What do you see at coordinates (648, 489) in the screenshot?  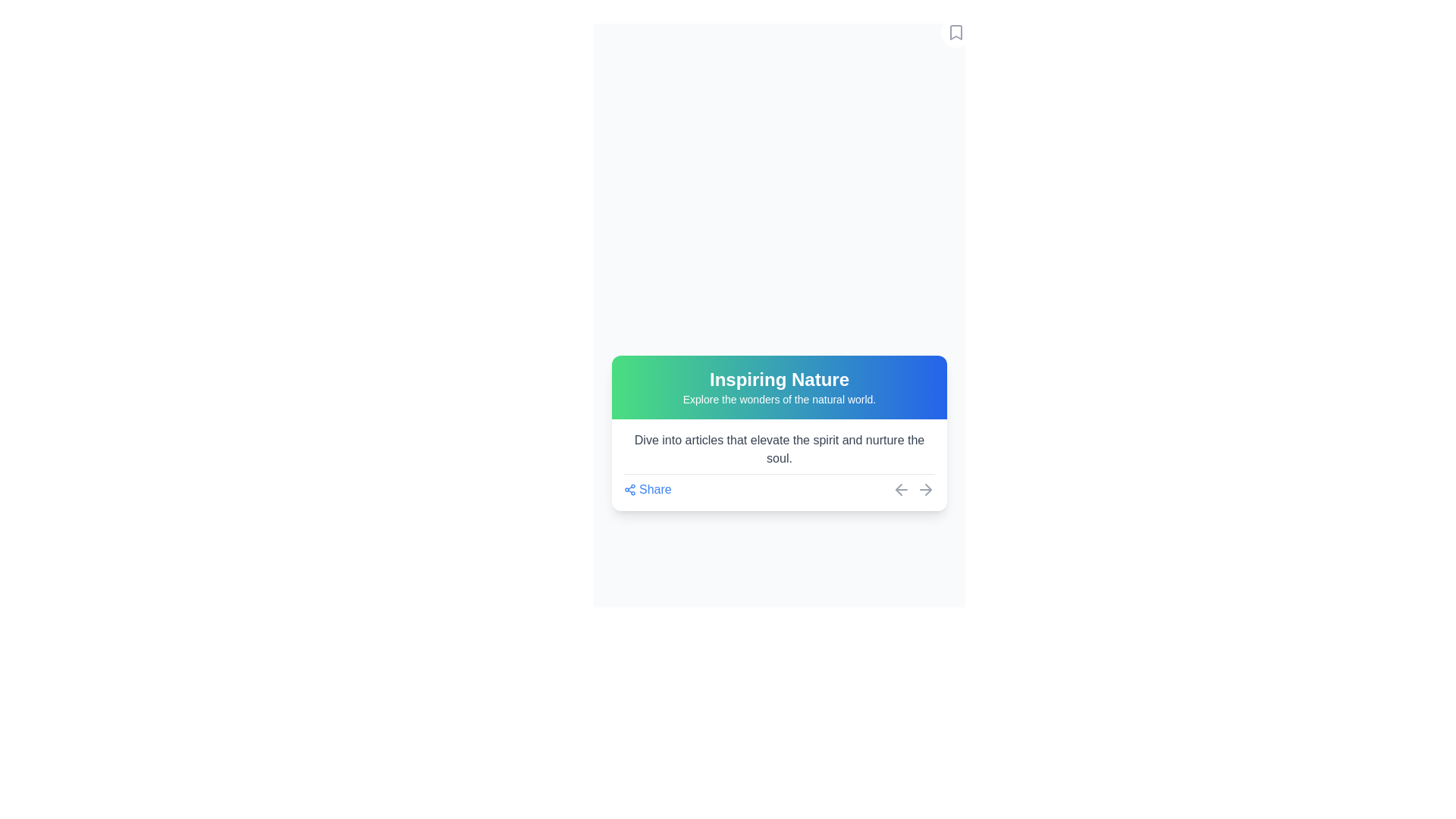 I see `the share button located at the bottom left of the card interface to initiate the share action` at bounding box center [648, 489].